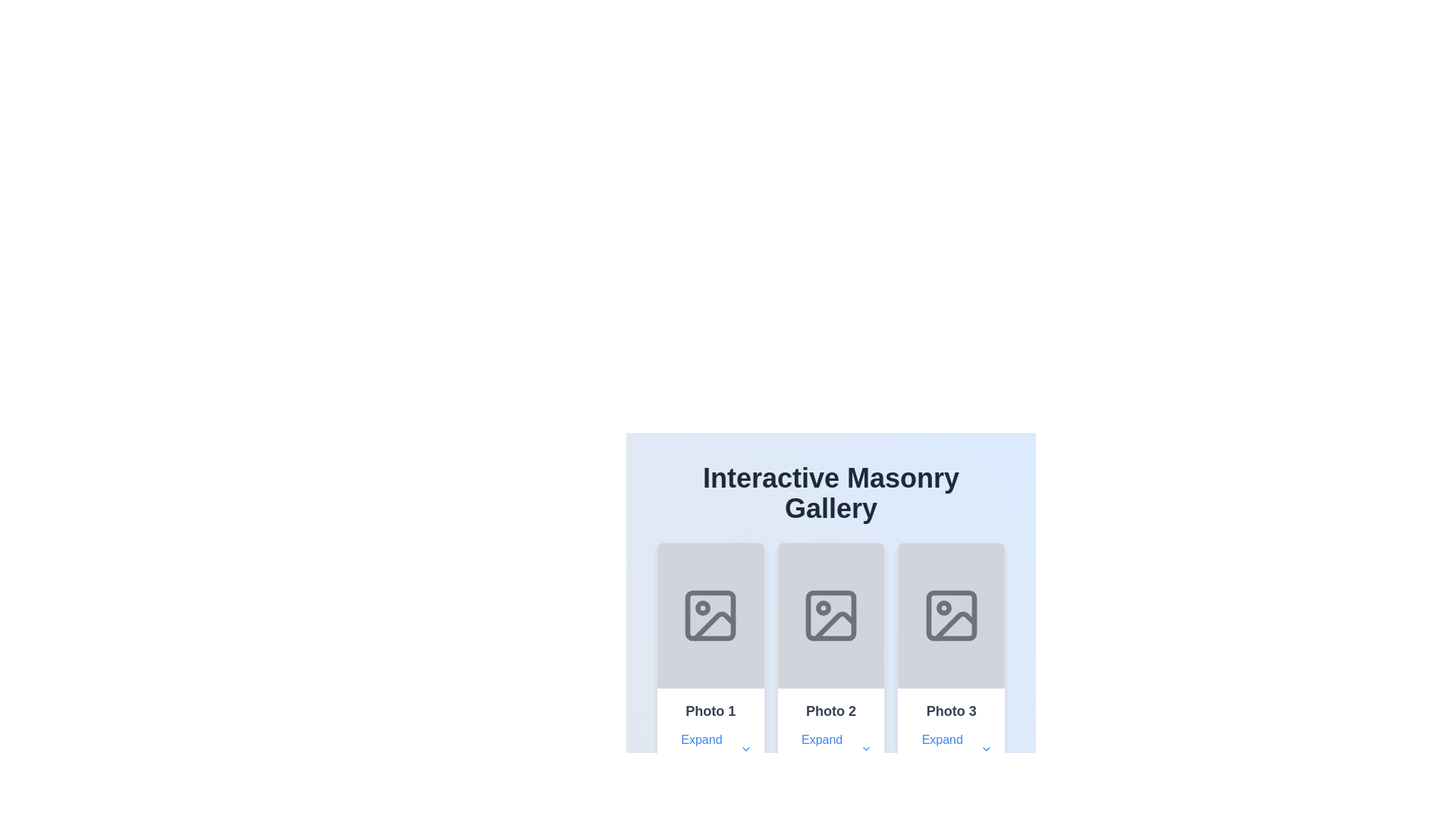 This screenshot has width=1456, height=819. What do you see at coordinates (830, 616) in the screenshot?
I see `the image icon representing 'Photo 2', located below the title 'Interactive Masonry Gallery' and above the 'Photo 2' label` at bounding box center [830, 616].